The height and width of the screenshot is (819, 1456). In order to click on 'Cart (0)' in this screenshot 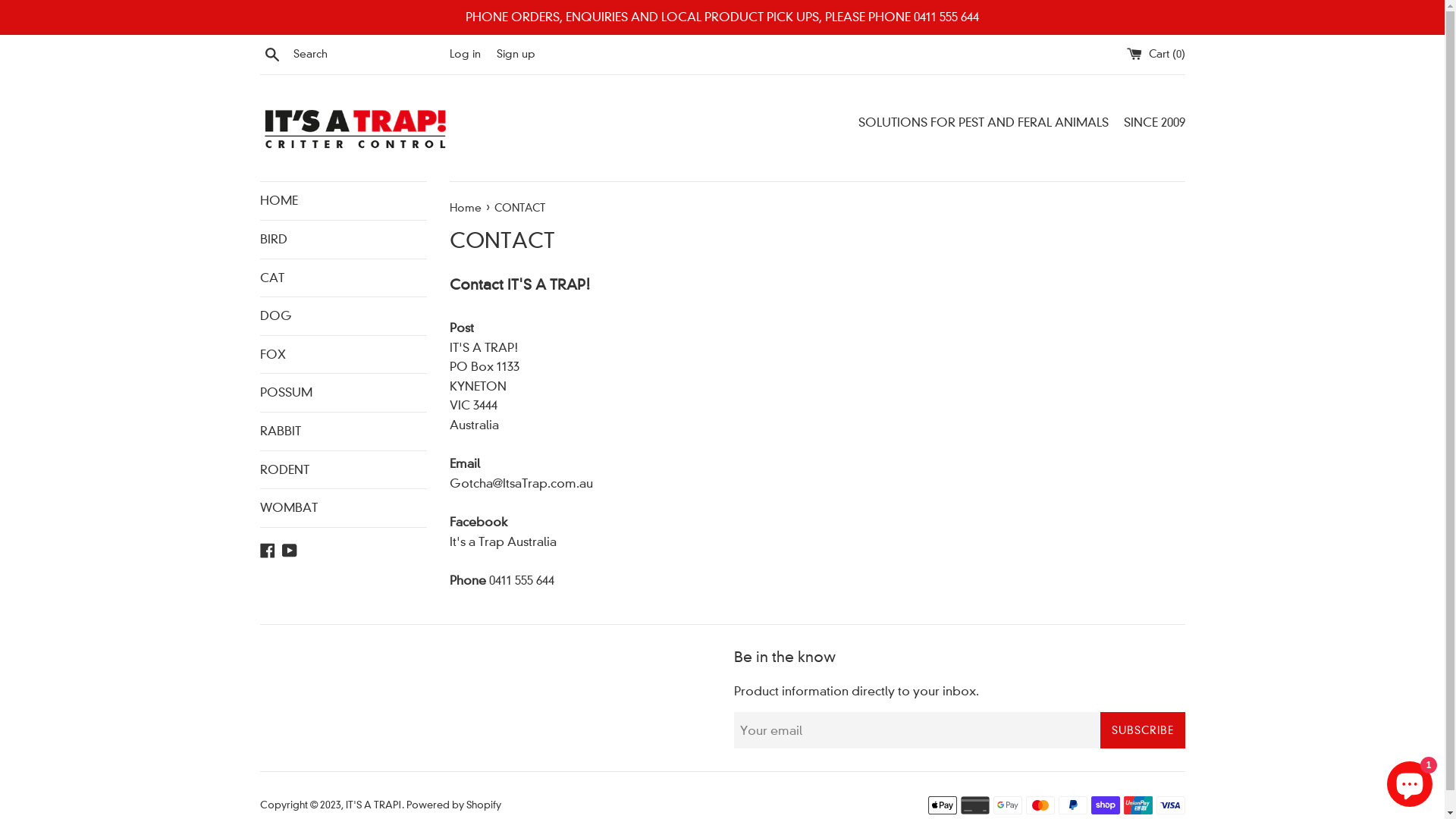, I will do `click(1127, 52)`.